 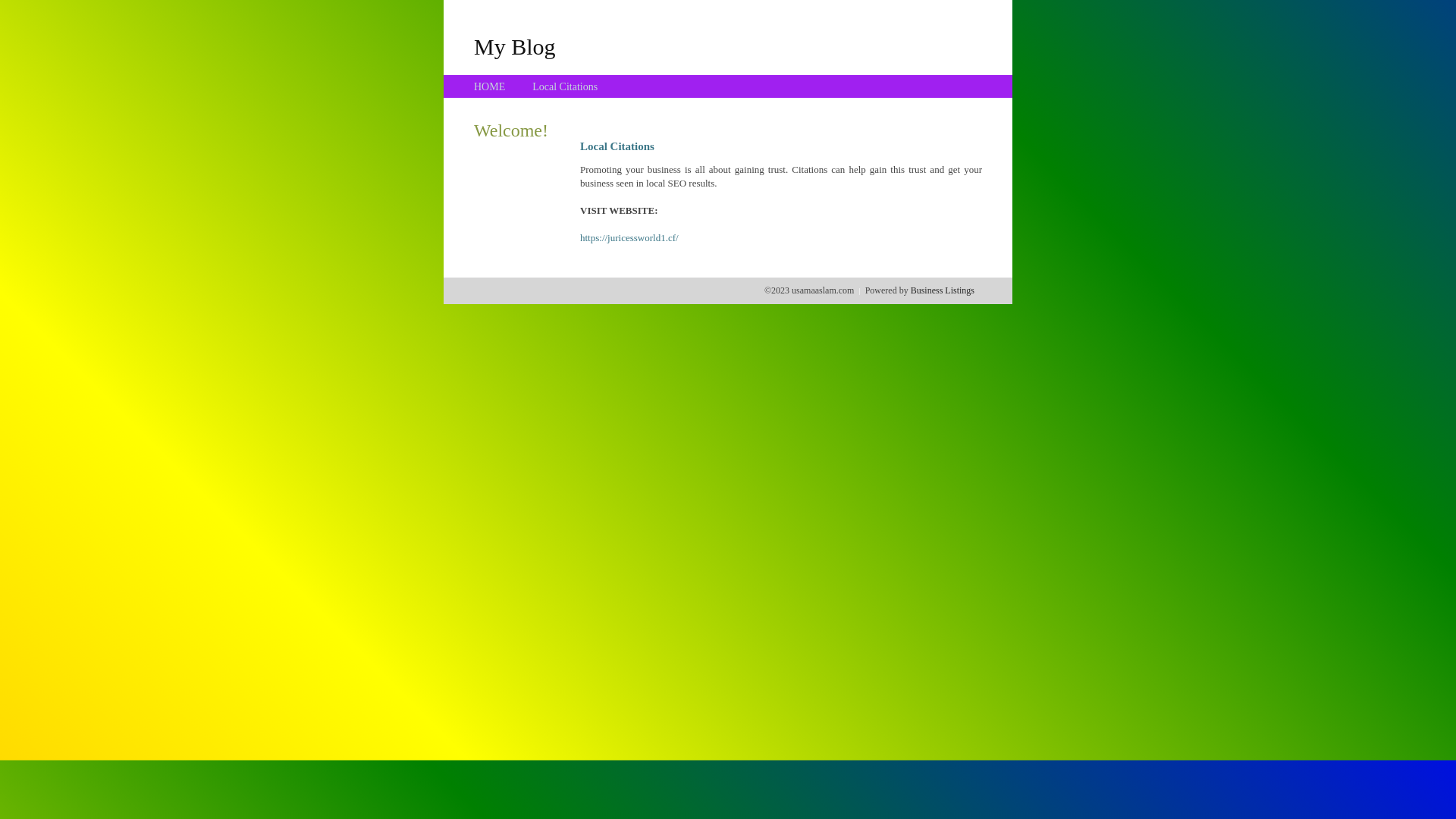 I want to click on 'My Blog', so click(x=514, y=45).